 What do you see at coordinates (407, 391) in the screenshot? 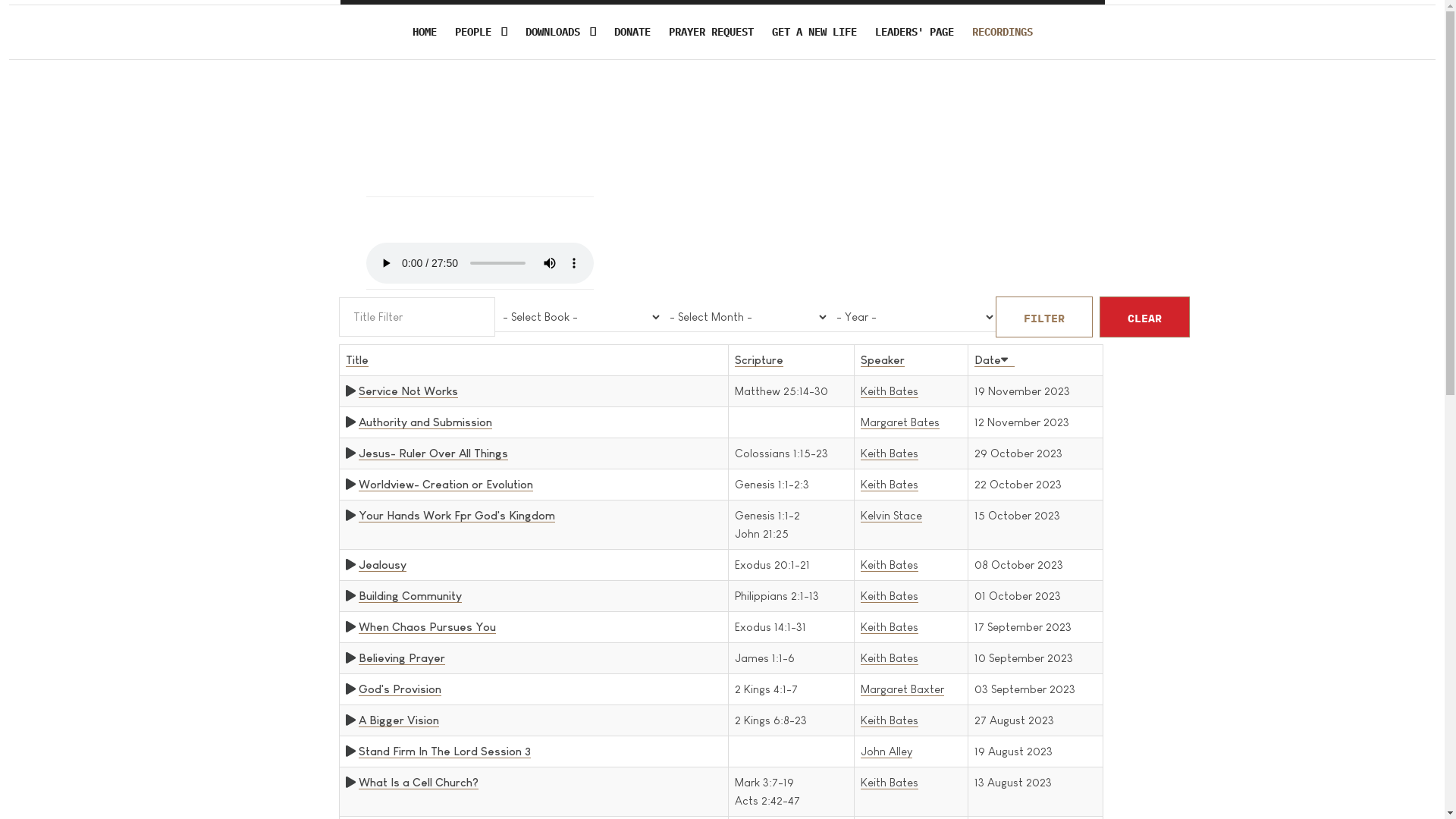
I see `'Service Not Works'` at bounding box center [407, 391].